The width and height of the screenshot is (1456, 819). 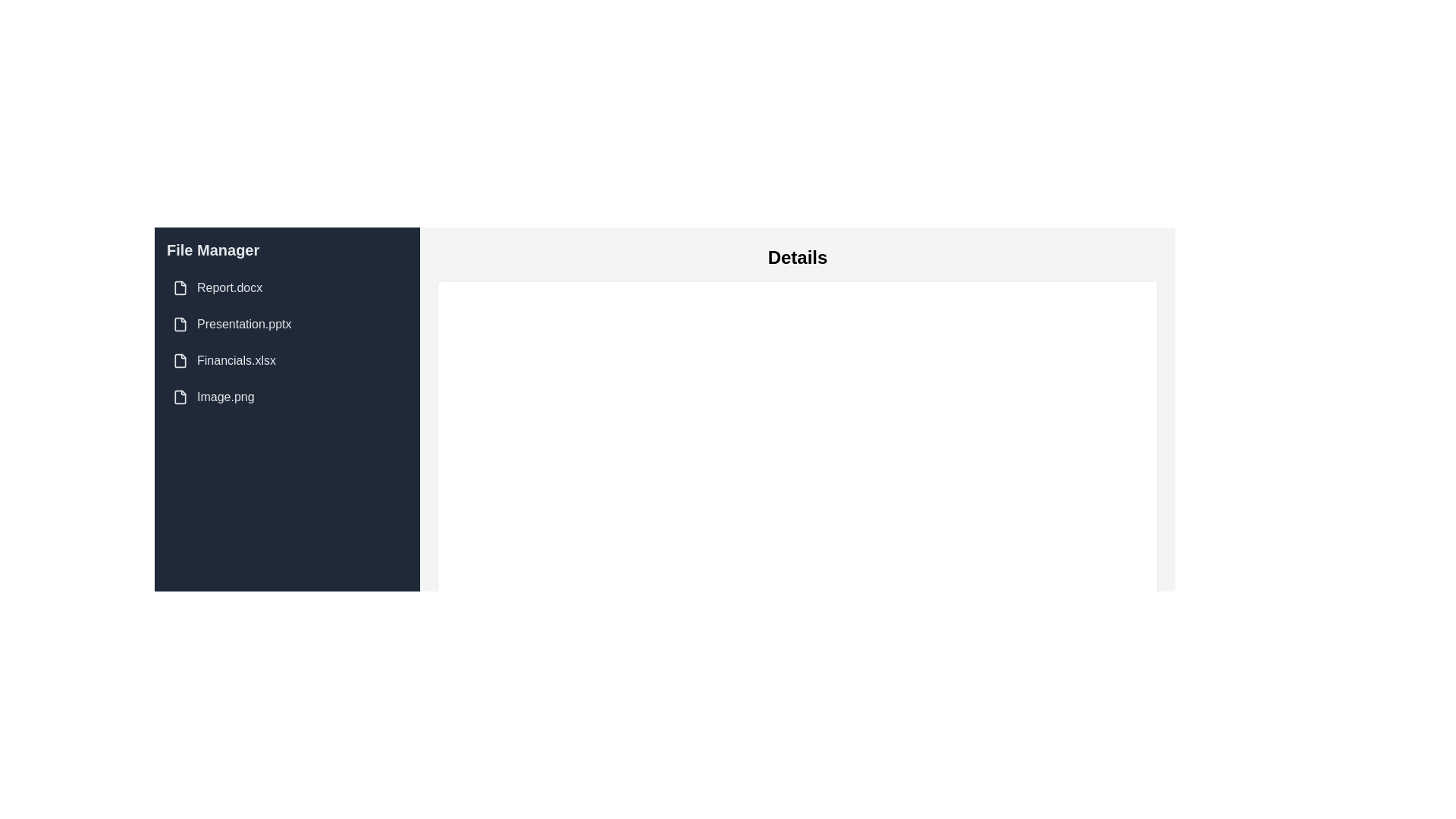 I want to click on the first file entry 'Report.docx' in the file manager interface, so click(x=287, y=288).